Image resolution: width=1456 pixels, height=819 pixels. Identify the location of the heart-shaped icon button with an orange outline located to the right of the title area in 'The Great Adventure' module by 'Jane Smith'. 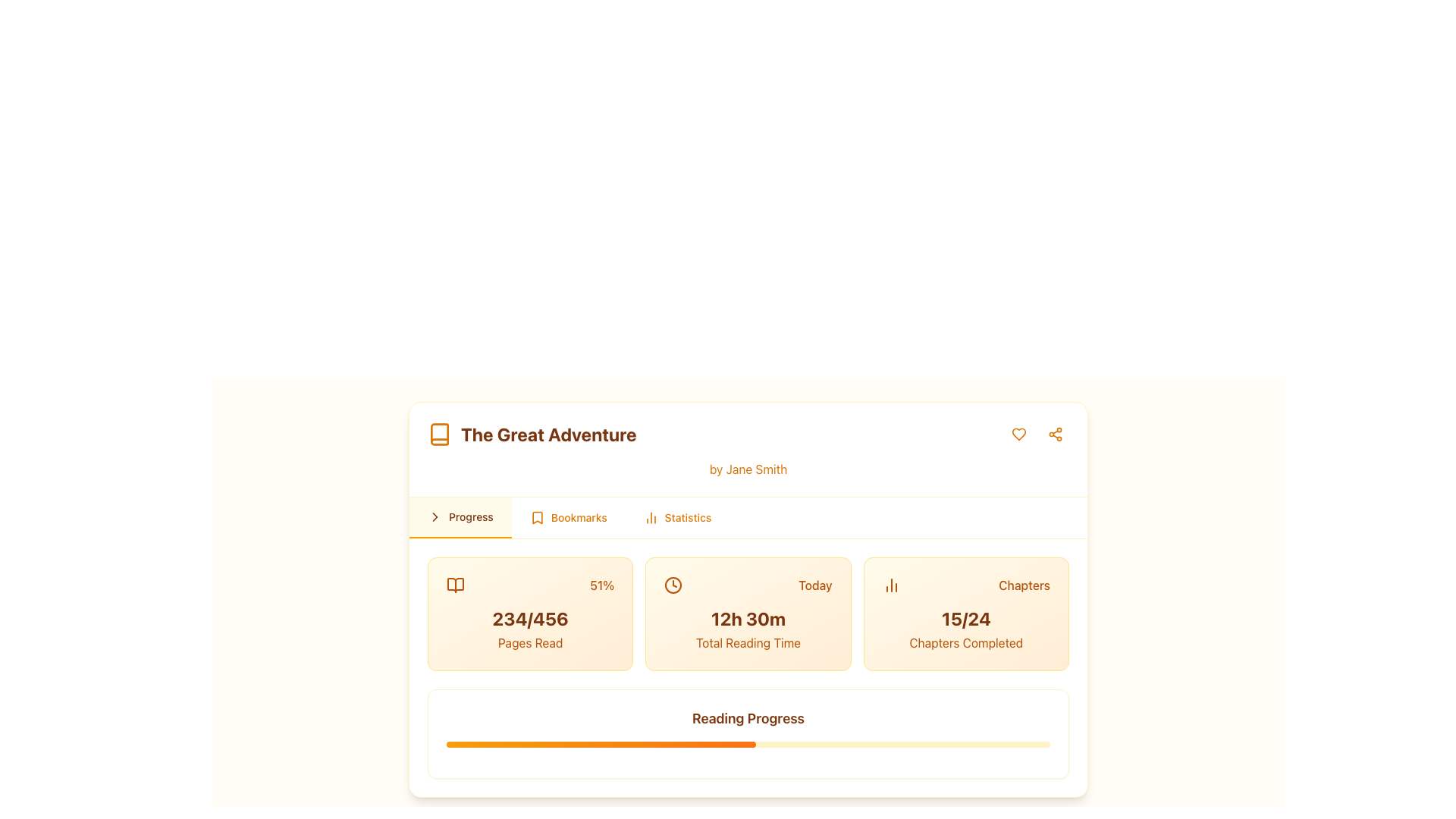
(1019, 435).